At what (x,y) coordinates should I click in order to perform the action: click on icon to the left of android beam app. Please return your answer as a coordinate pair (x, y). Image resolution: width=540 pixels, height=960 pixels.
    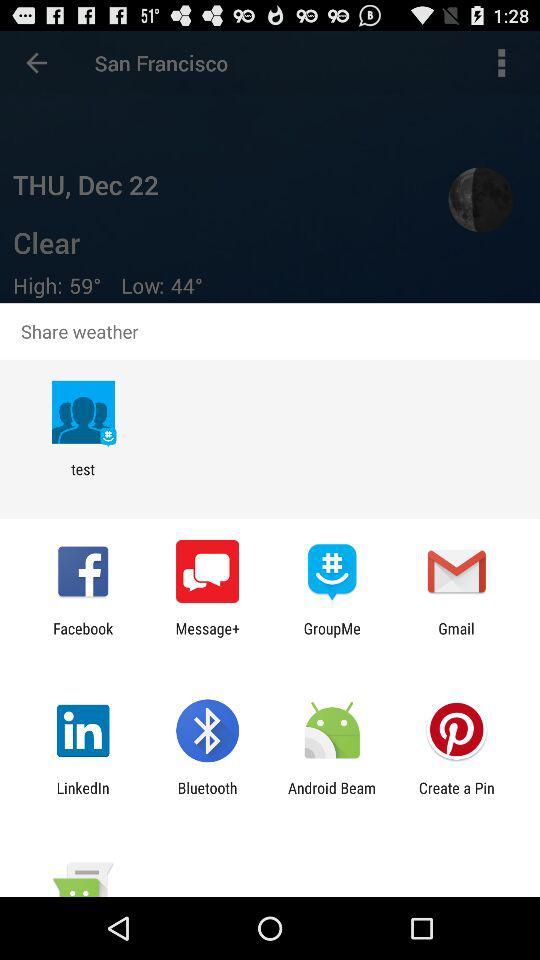
    Looking at the image, I should click on (206, 796).